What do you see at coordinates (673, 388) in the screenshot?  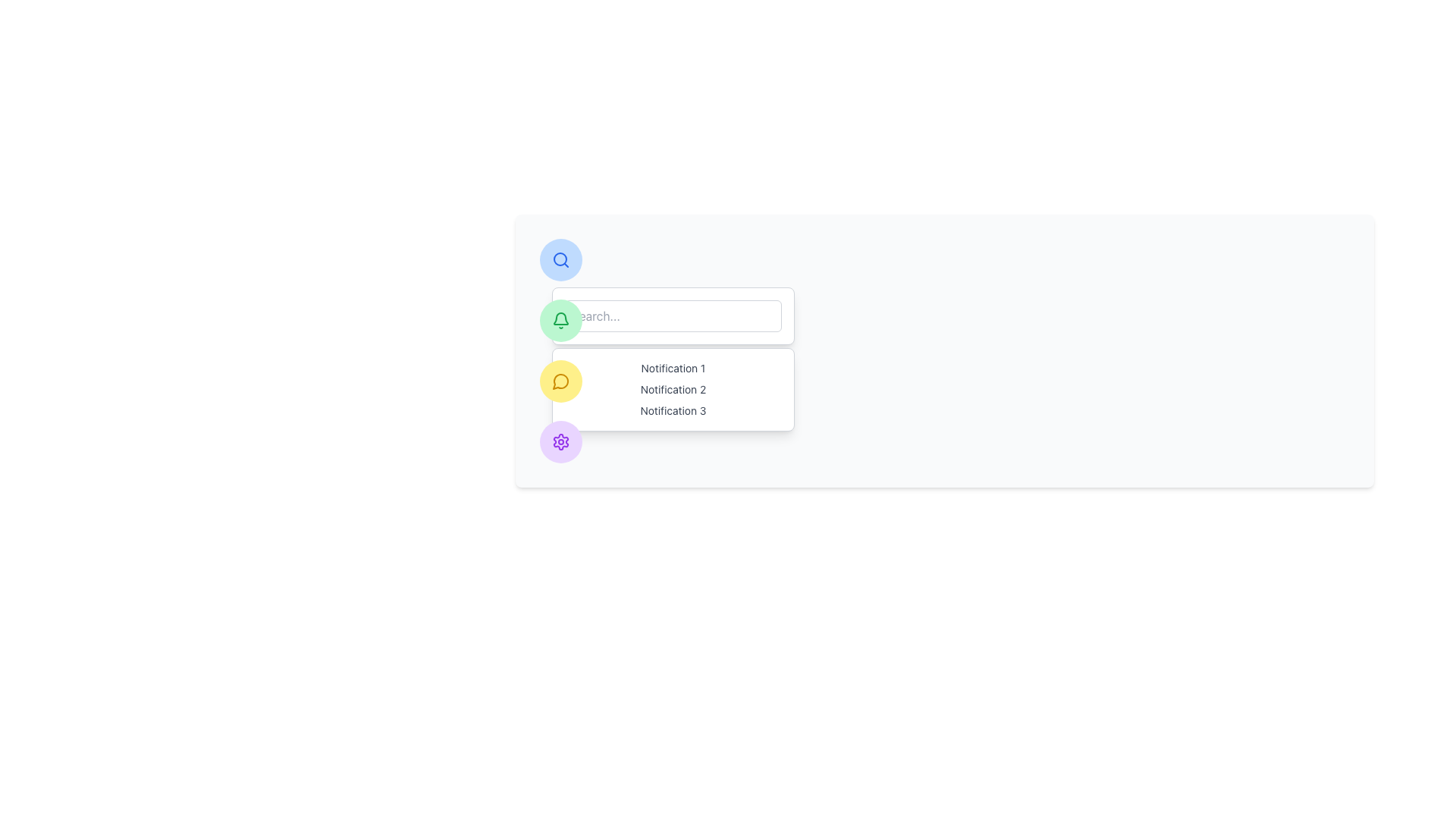 I see `the dropdown menu that displays recent notifications, located to the right of the yellow notification bell icon, centered vertically with it` at bounding box center [673, 388].